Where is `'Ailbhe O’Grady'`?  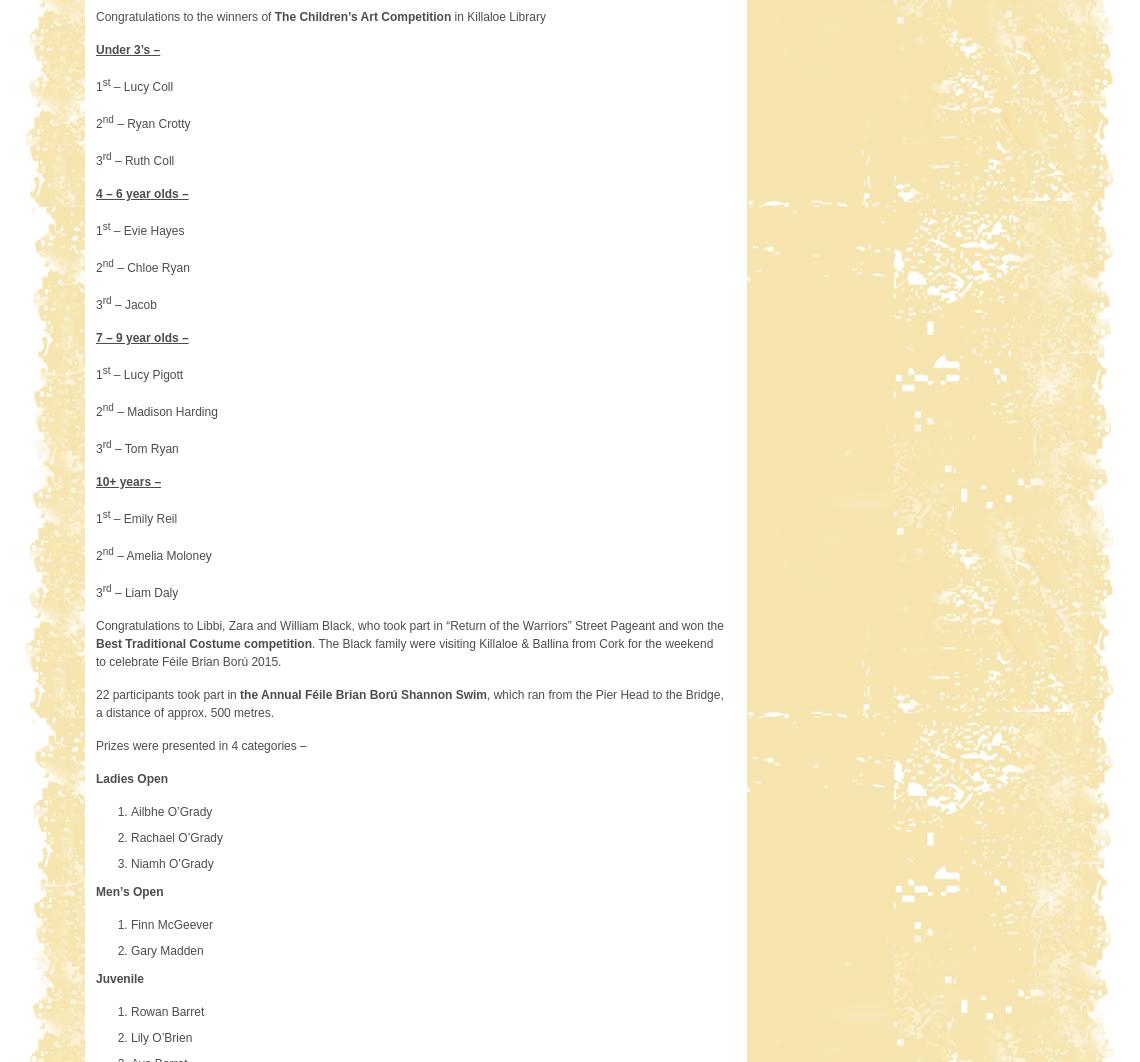
'Ailbhe O’Grady' is located at coordinates (129, 810).